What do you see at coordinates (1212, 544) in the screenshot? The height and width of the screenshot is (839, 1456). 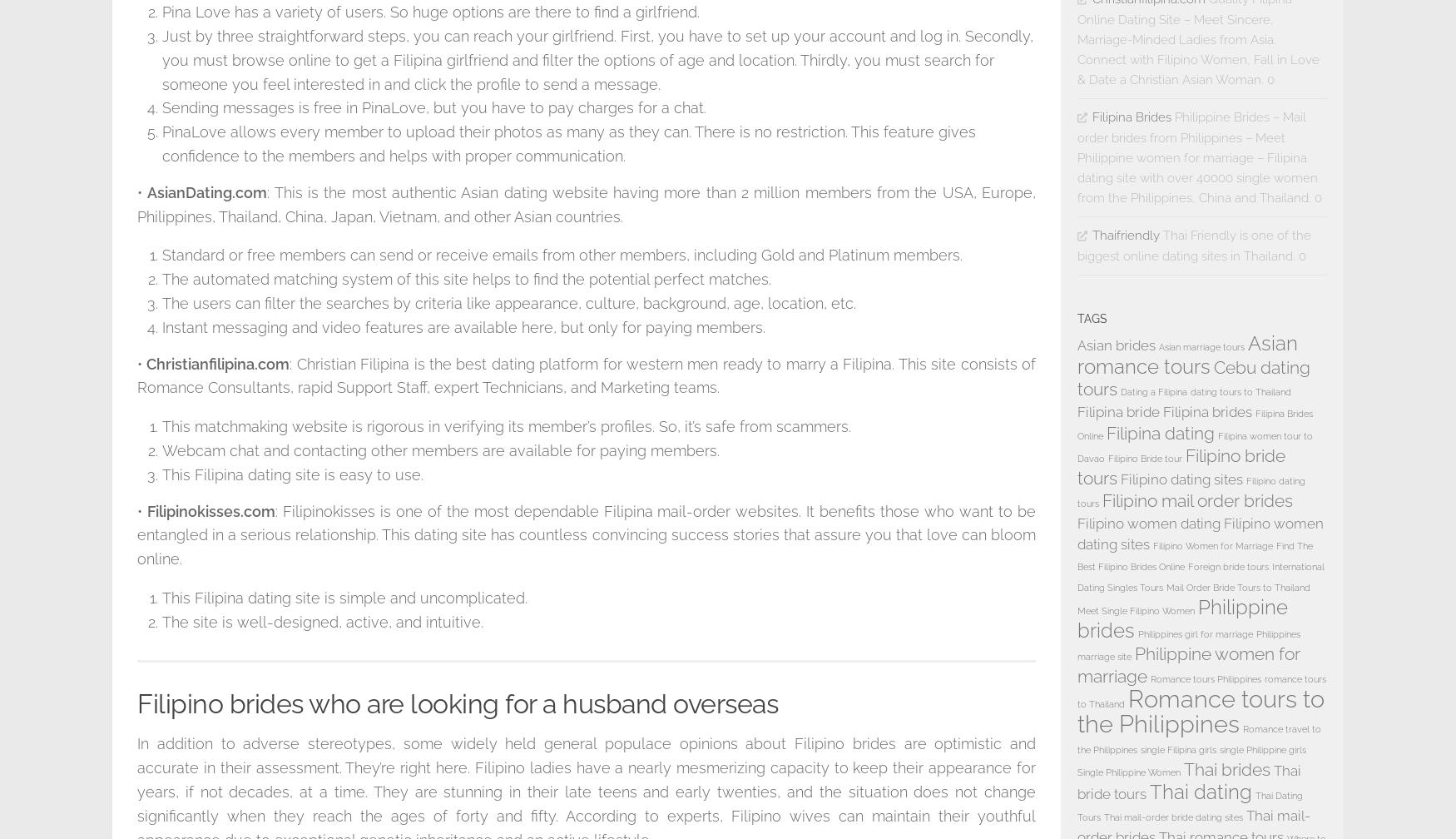 I see `'Filipino Women for Marriage'` at bounding box center [1212, 544].